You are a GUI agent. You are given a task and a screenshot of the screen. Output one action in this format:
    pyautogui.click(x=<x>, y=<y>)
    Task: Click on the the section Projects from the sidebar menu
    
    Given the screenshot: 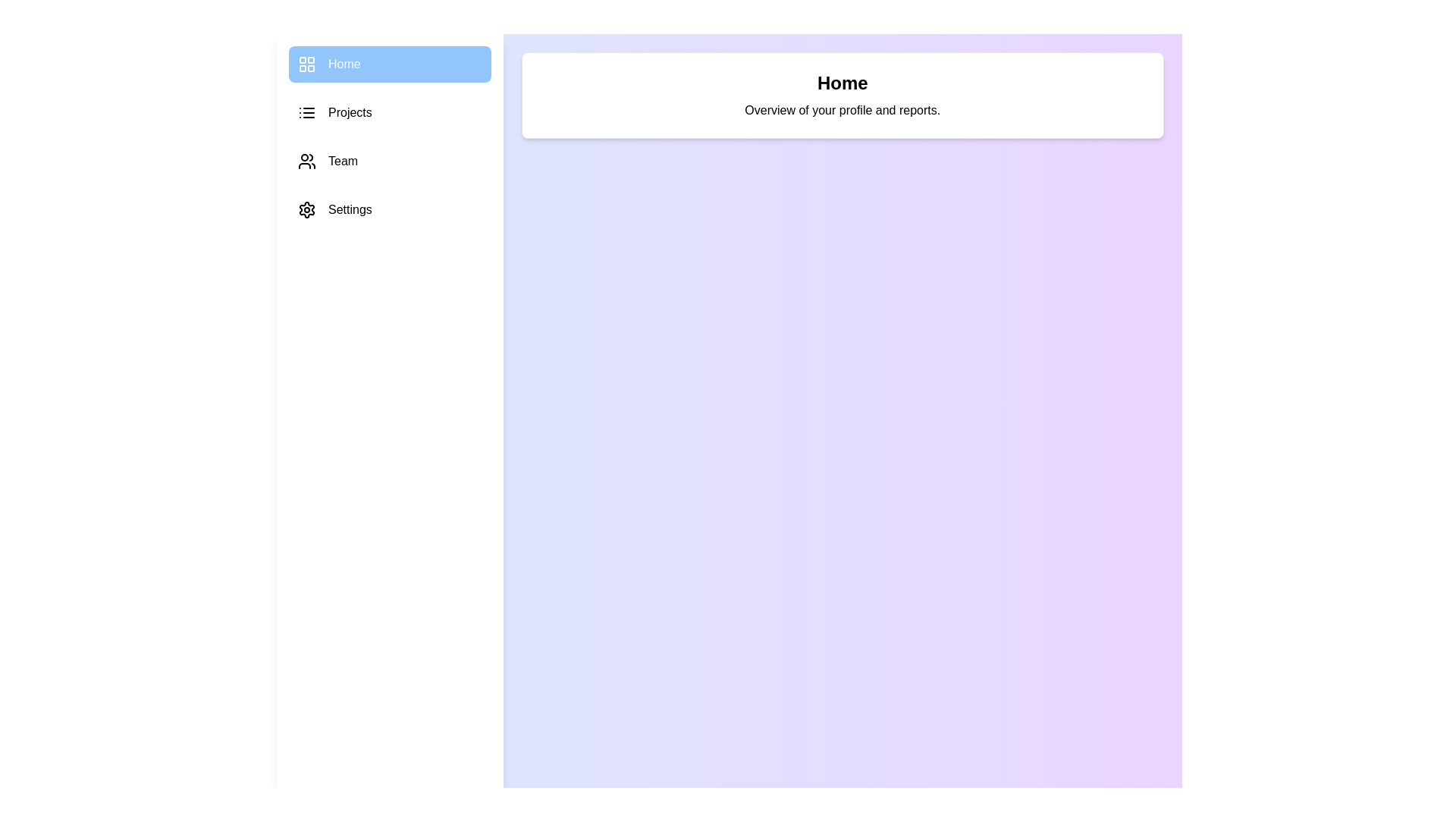 What is the action you would take?
    pyautogui.click(x=390, y=112)
    